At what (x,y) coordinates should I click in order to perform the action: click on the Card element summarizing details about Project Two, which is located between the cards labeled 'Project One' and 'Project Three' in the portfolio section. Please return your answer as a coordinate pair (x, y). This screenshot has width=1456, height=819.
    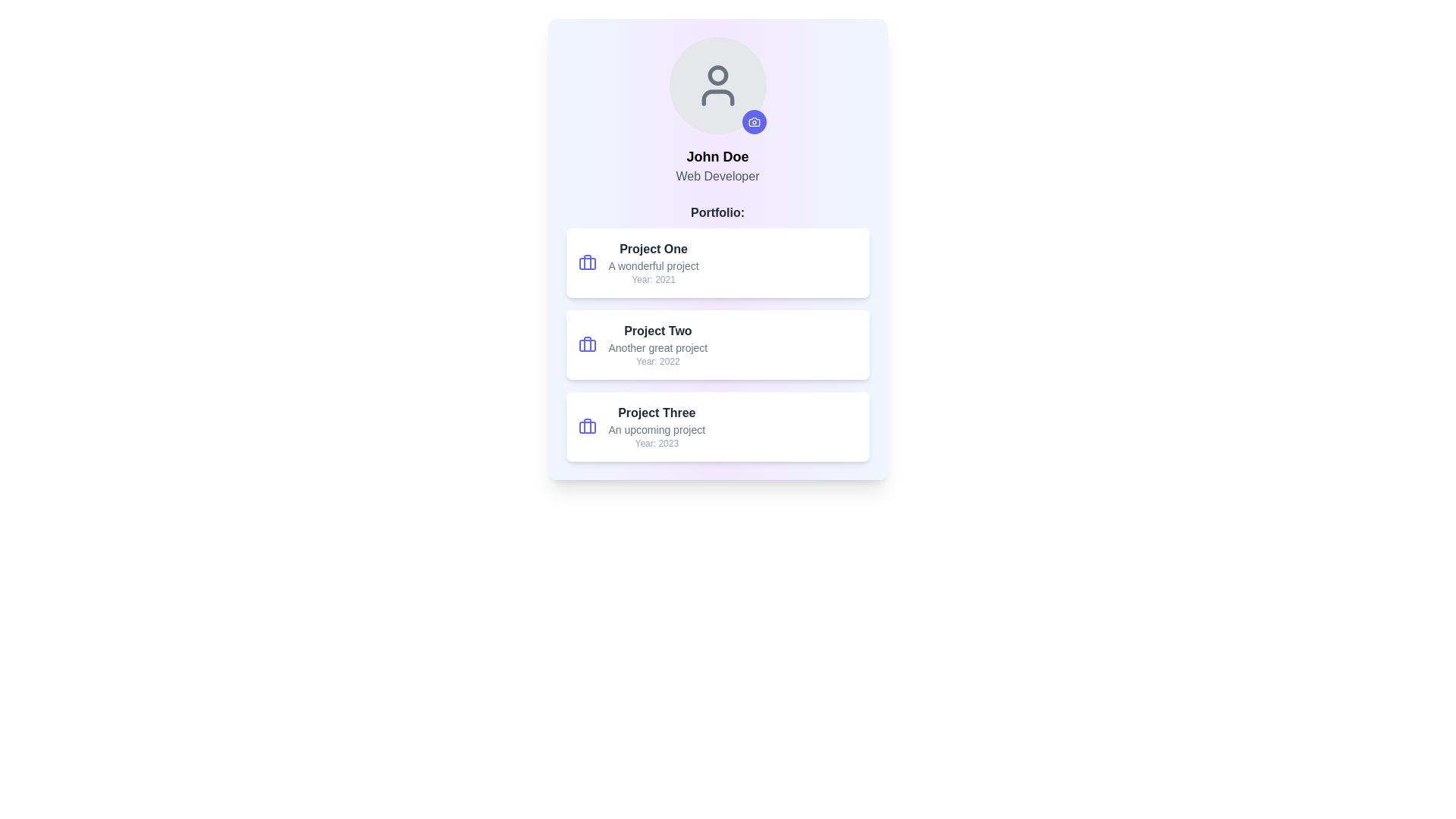
    Looking at the image, I should click on (717, 345).